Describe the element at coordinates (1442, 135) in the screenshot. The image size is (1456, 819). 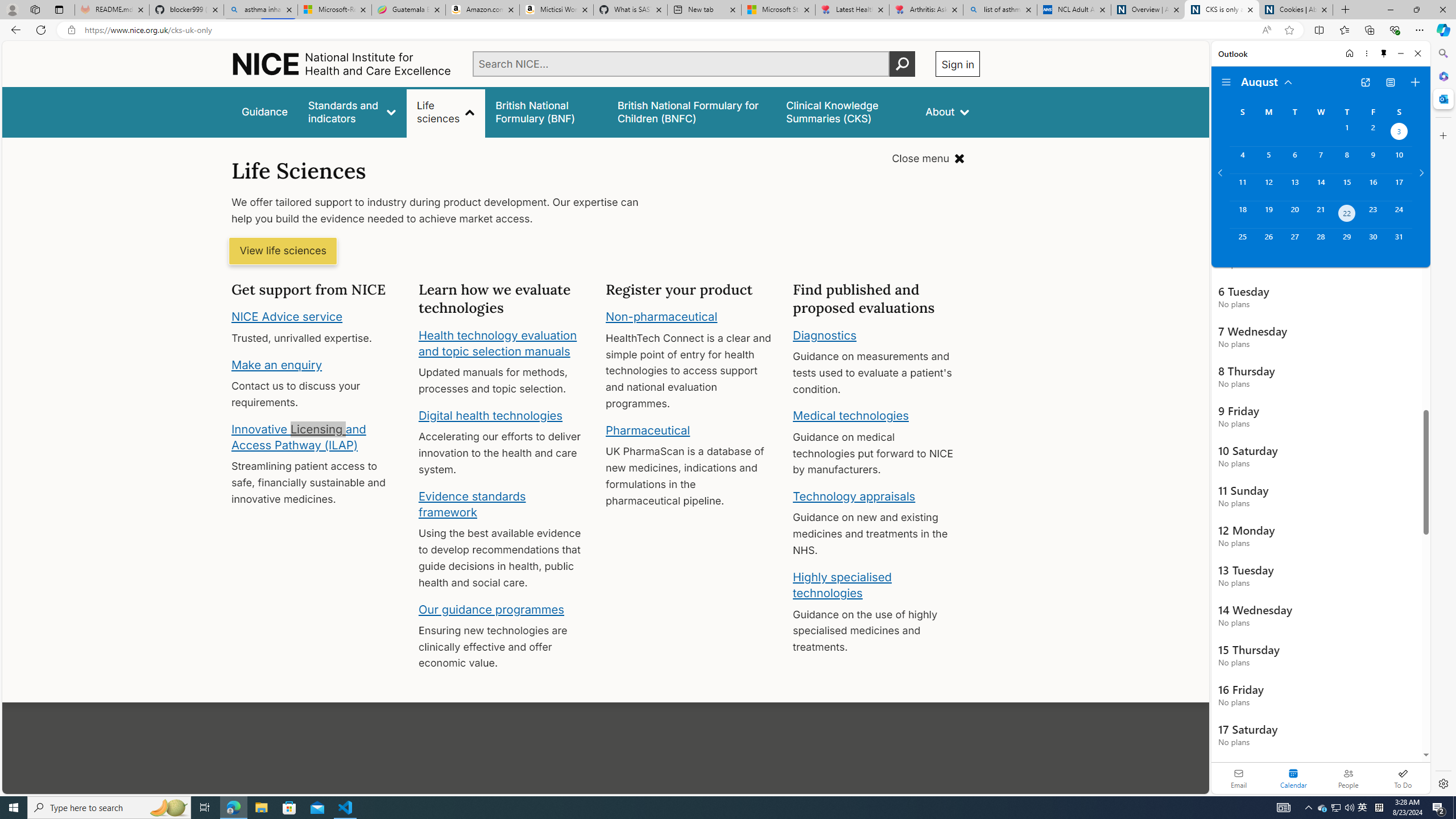
I see `'Close Customize pane'` at that location.